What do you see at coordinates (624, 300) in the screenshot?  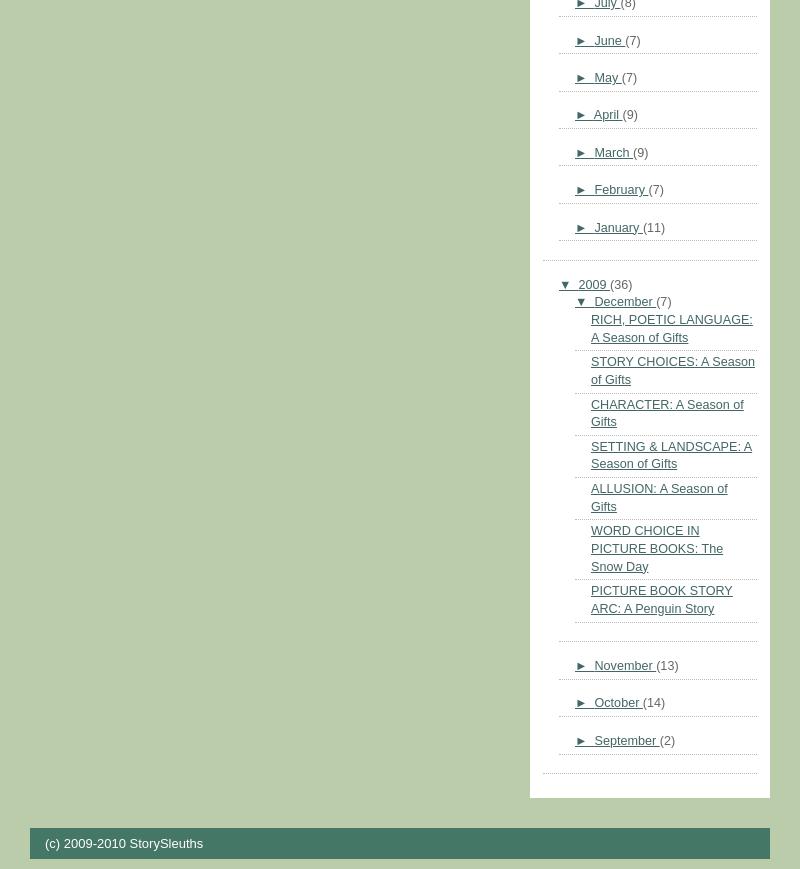 I see `'December'` at bounding box center [624, 300].